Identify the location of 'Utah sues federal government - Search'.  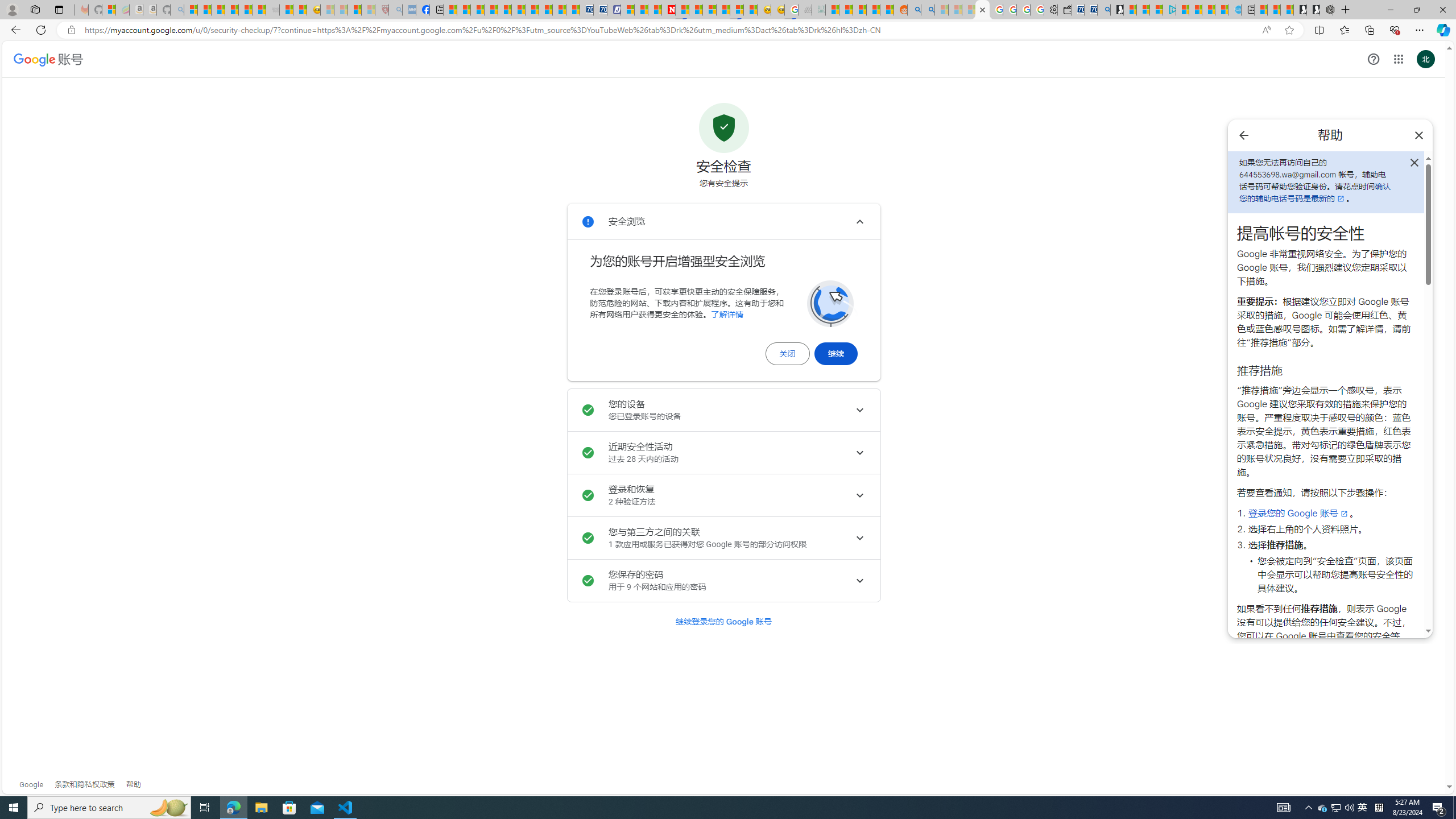
(927, 9).